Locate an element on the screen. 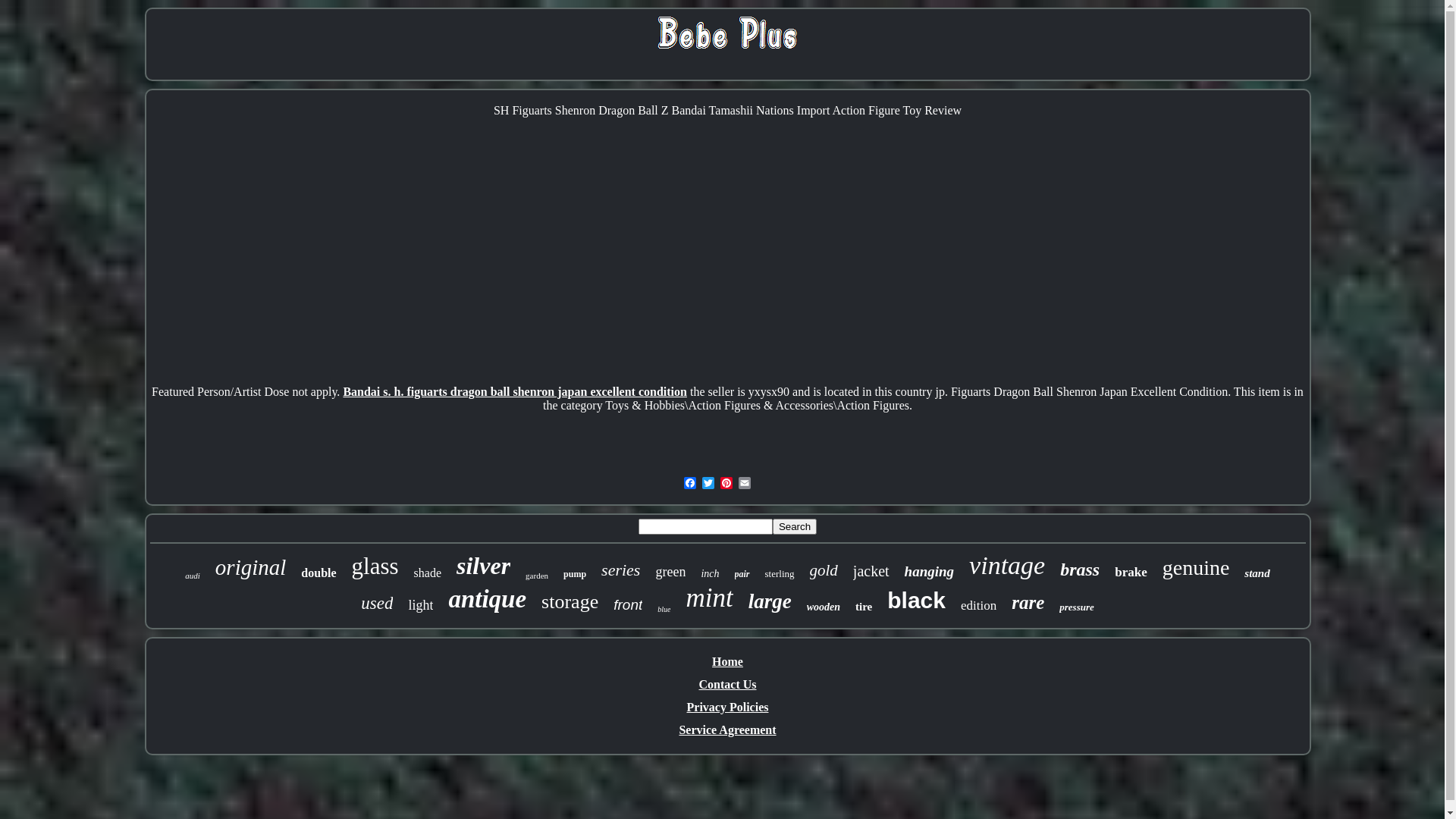 The image size is (1456, 819). 'series' is located at coordinates (620, 570).